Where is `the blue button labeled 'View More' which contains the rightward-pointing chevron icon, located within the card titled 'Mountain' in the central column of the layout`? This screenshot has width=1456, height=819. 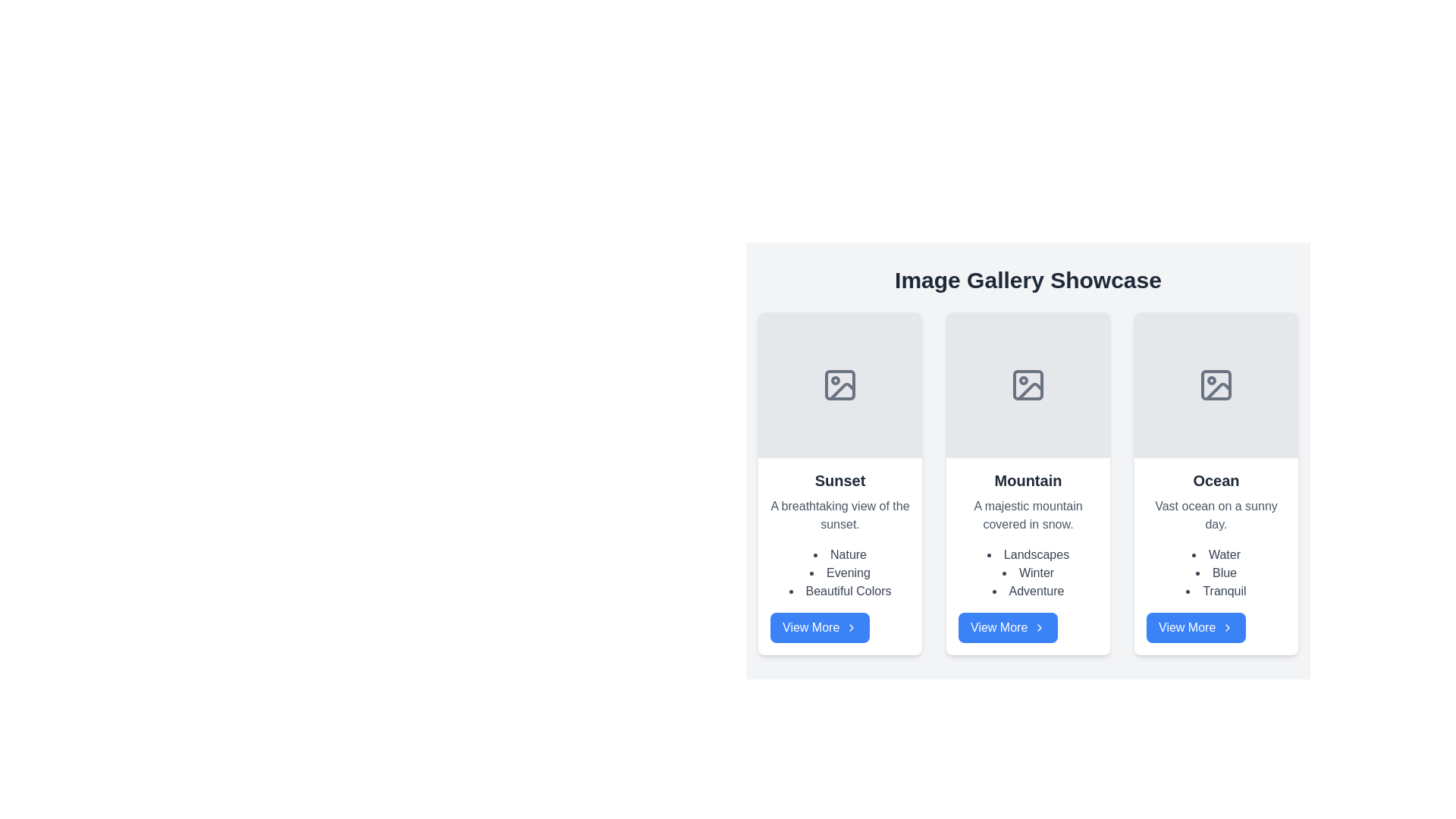 the blue button labeled 'View More' which contains the rightward-pointing chevron icon, located within the card titled 'Mountain' in the central column of the layout is located at coordinates (1039, 628).